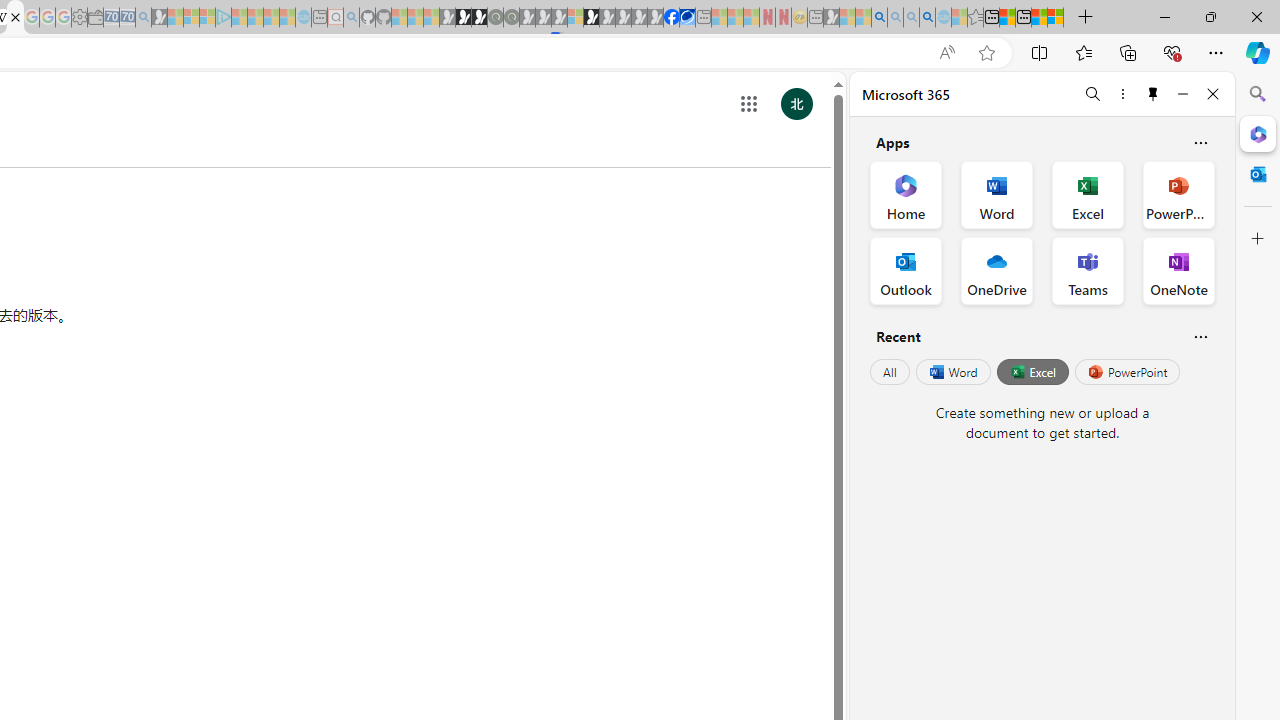 The width and height of the screenshot is (1280, 720). I want to click on 'Teams Office App', so click(1087, 271).